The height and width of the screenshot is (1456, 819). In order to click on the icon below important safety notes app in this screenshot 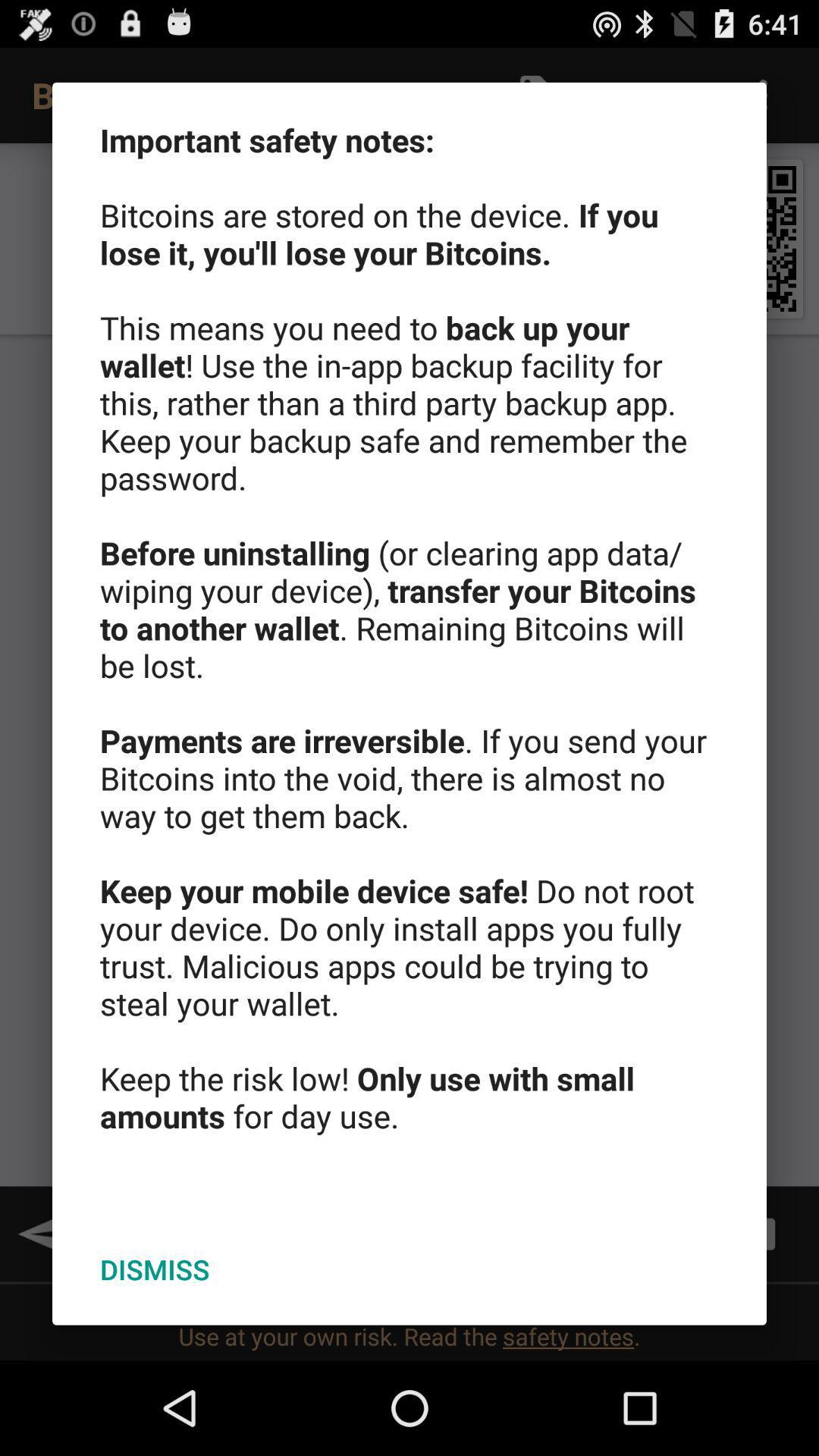, I will do `click(155, 1269)`.